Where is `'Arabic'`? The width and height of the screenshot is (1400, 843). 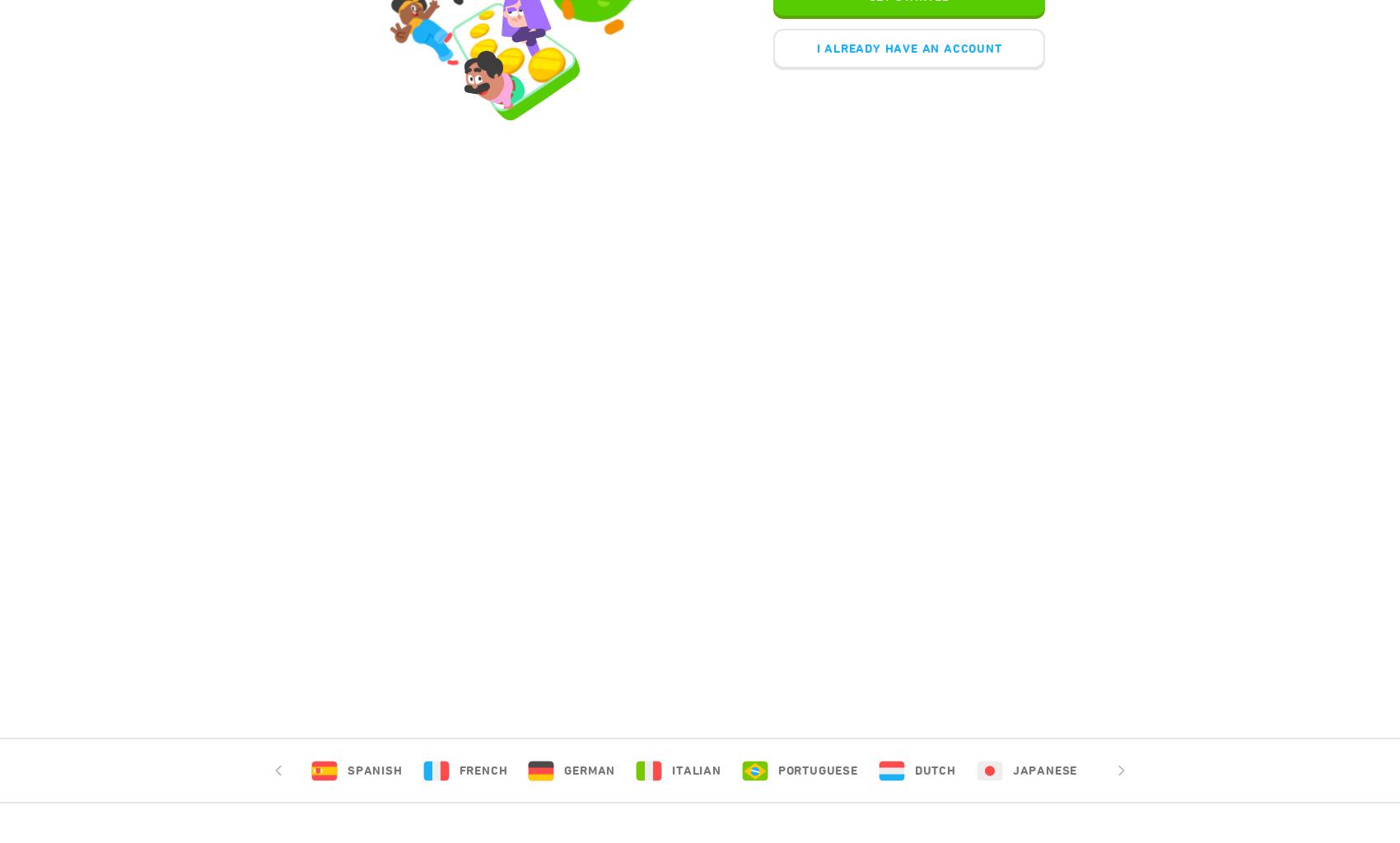
'Arabic' is located at coordinates (1156, 770).